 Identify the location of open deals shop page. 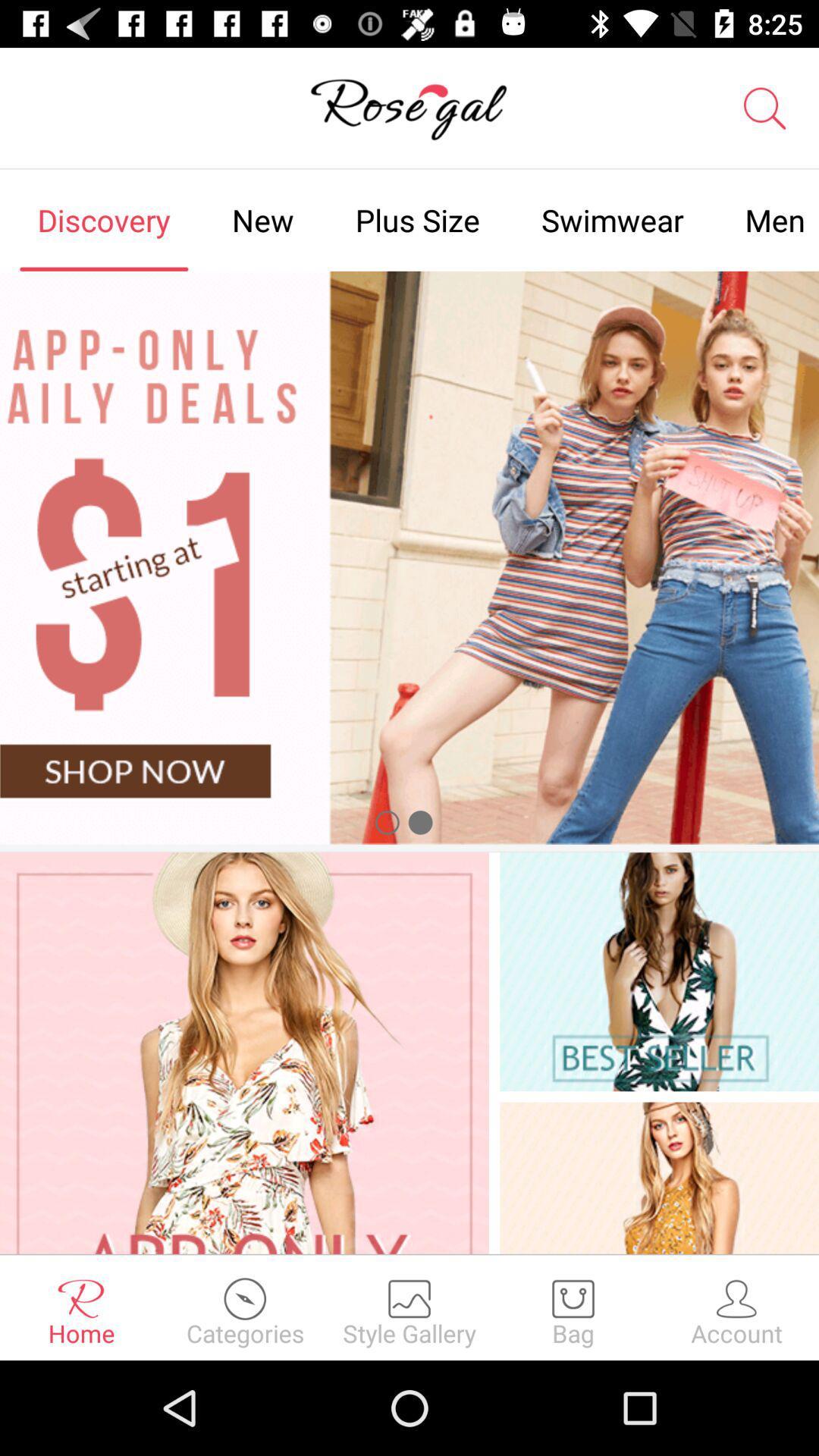
(409, 557).